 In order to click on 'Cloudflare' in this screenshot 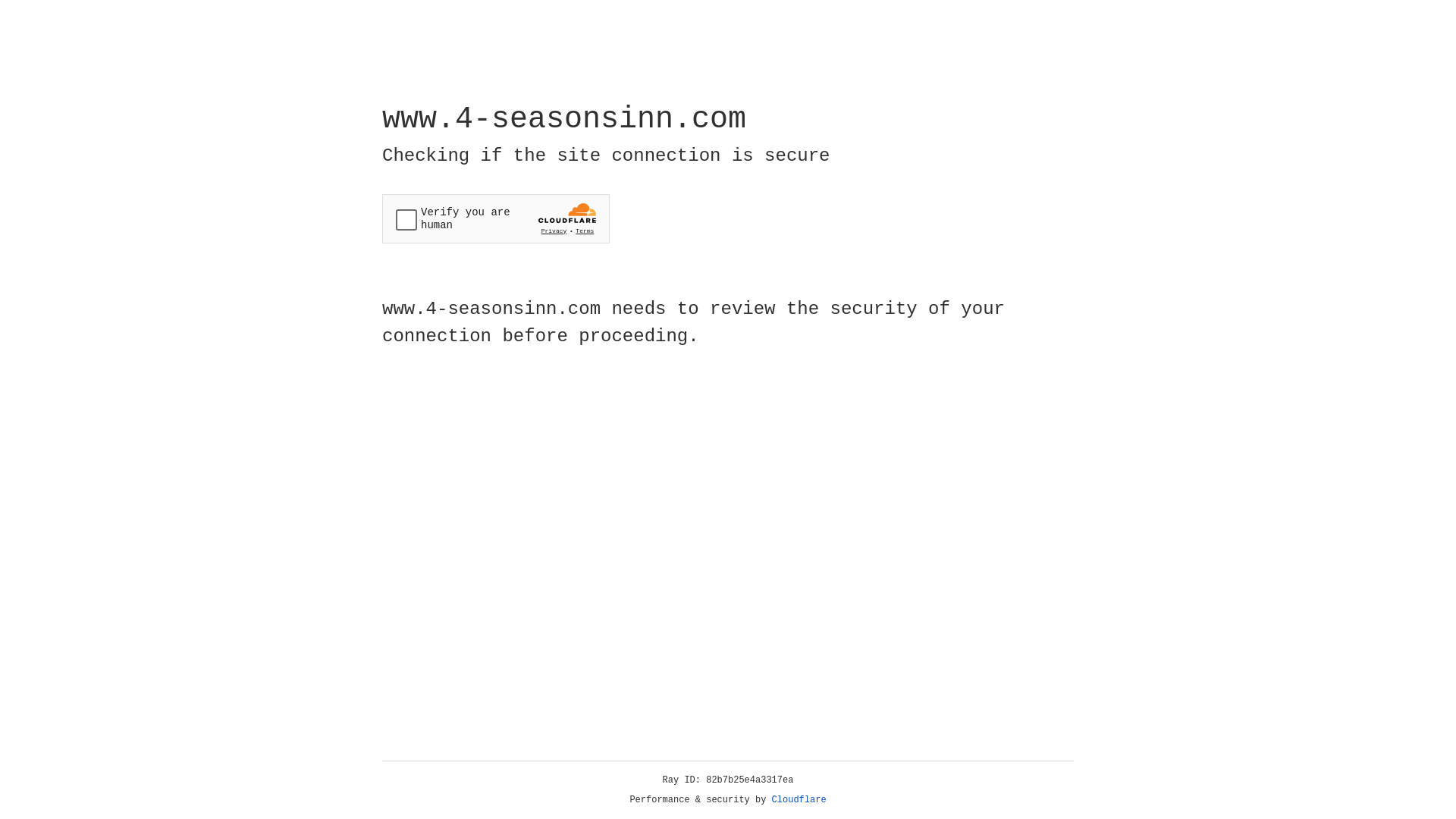, I will do `click(799, 799)`.